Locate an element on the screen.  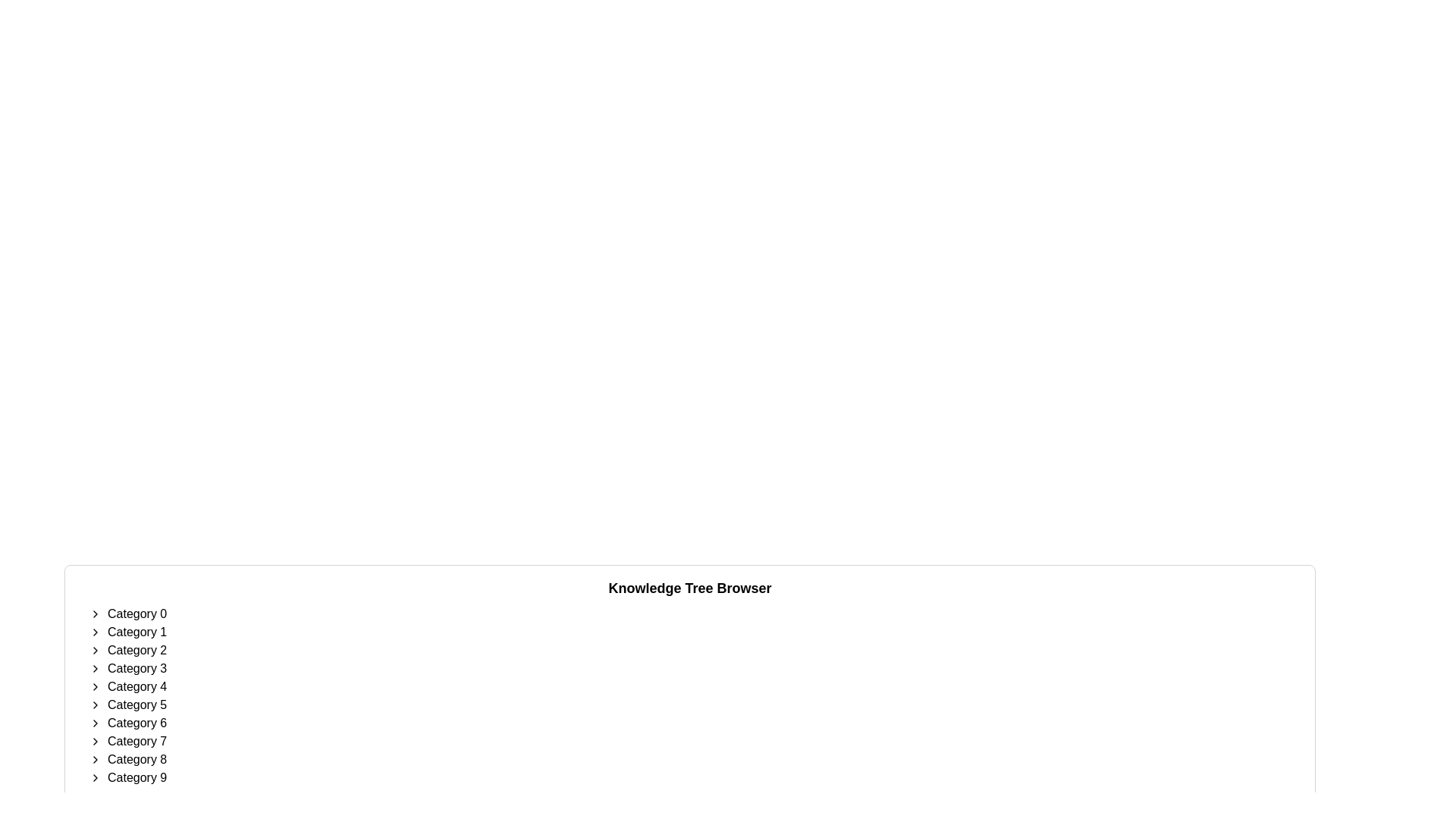
the Chevron icon, which is a small right-pointing arrow used as a navigation indicator, located to the left of the 'Category 2' label is located at coordinates (94, 649).